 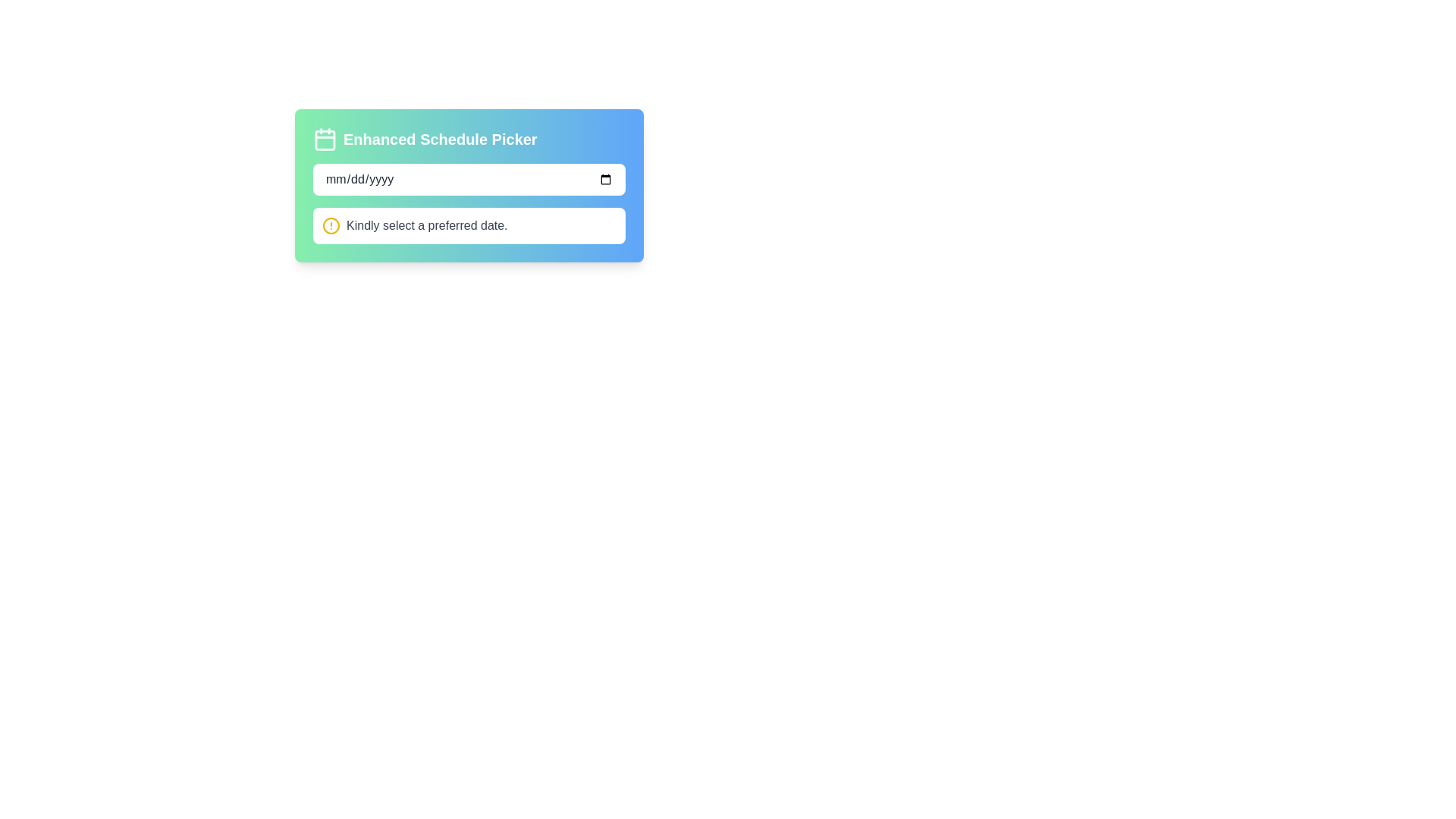 What do you see at coordinates (330, 225) in the screenshot?
I see `the alert icon that indicates a warning, positioned to the left of the text message 'Kindly select a preferred date.'` at bounding box center [330, 225].